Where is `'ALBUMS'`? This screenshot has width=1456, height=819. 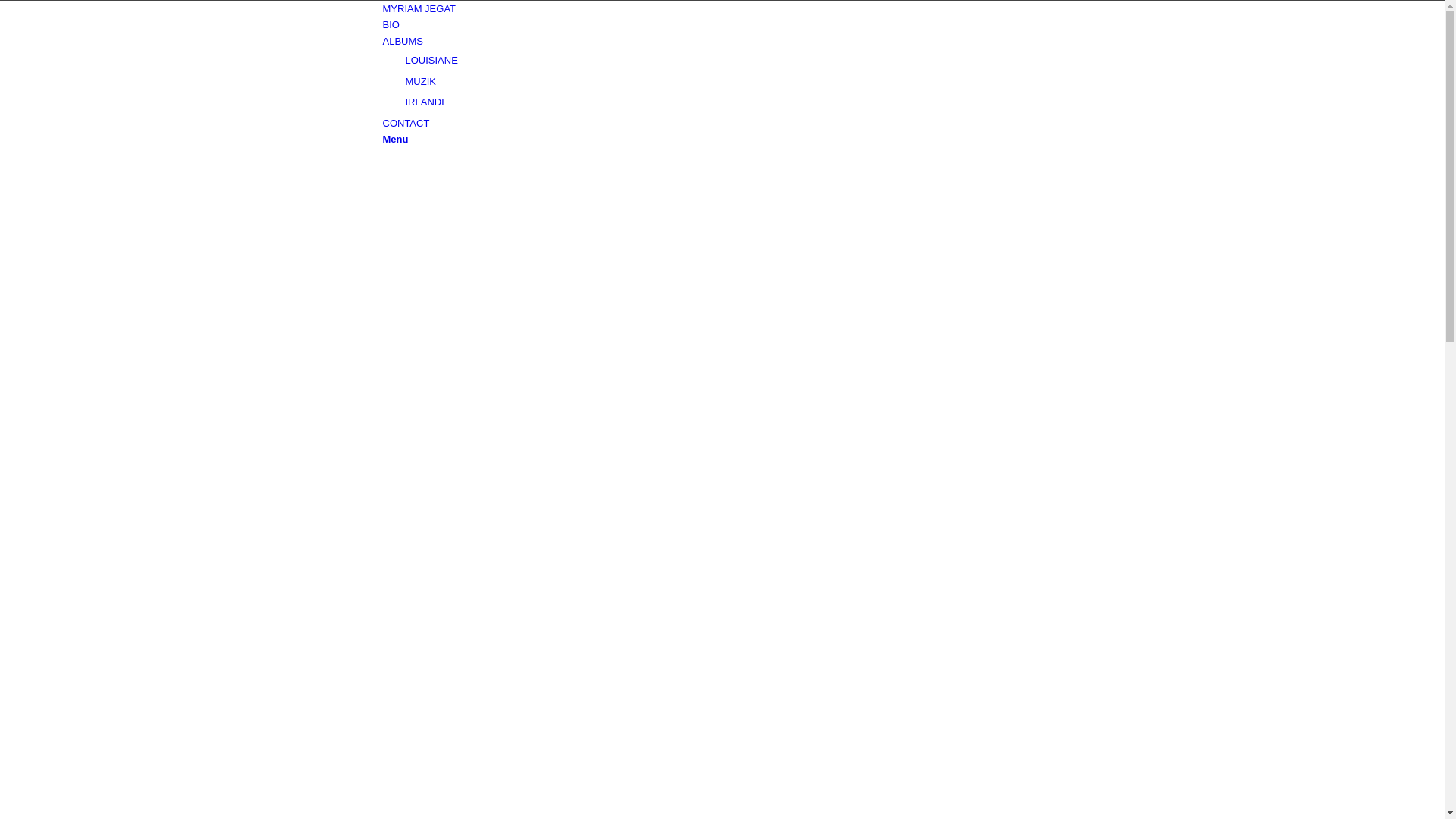
'ALBUMS' is located at coordinates (402, 40).